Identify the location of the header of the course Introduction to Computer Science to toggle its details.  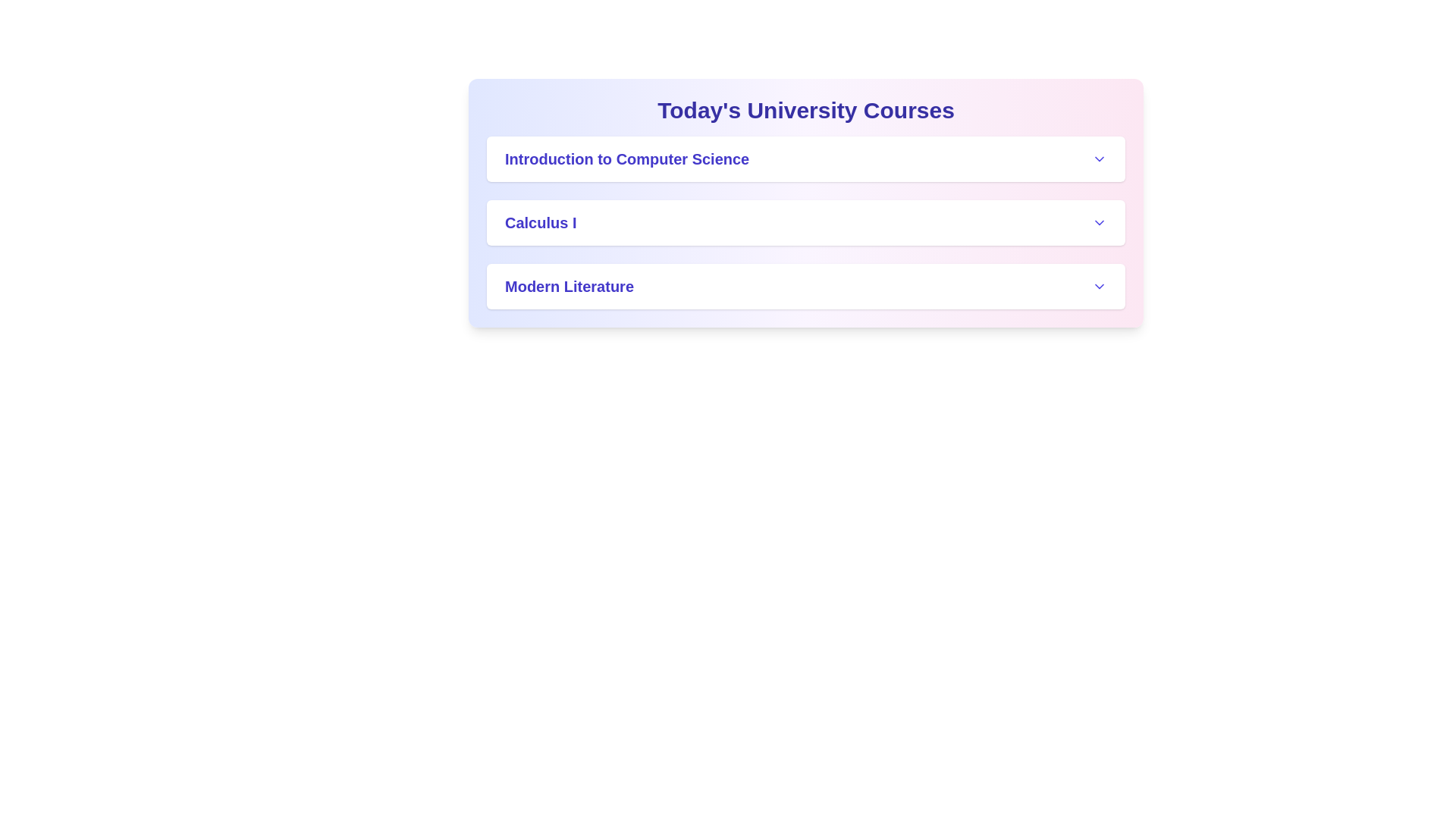
(805, 158).